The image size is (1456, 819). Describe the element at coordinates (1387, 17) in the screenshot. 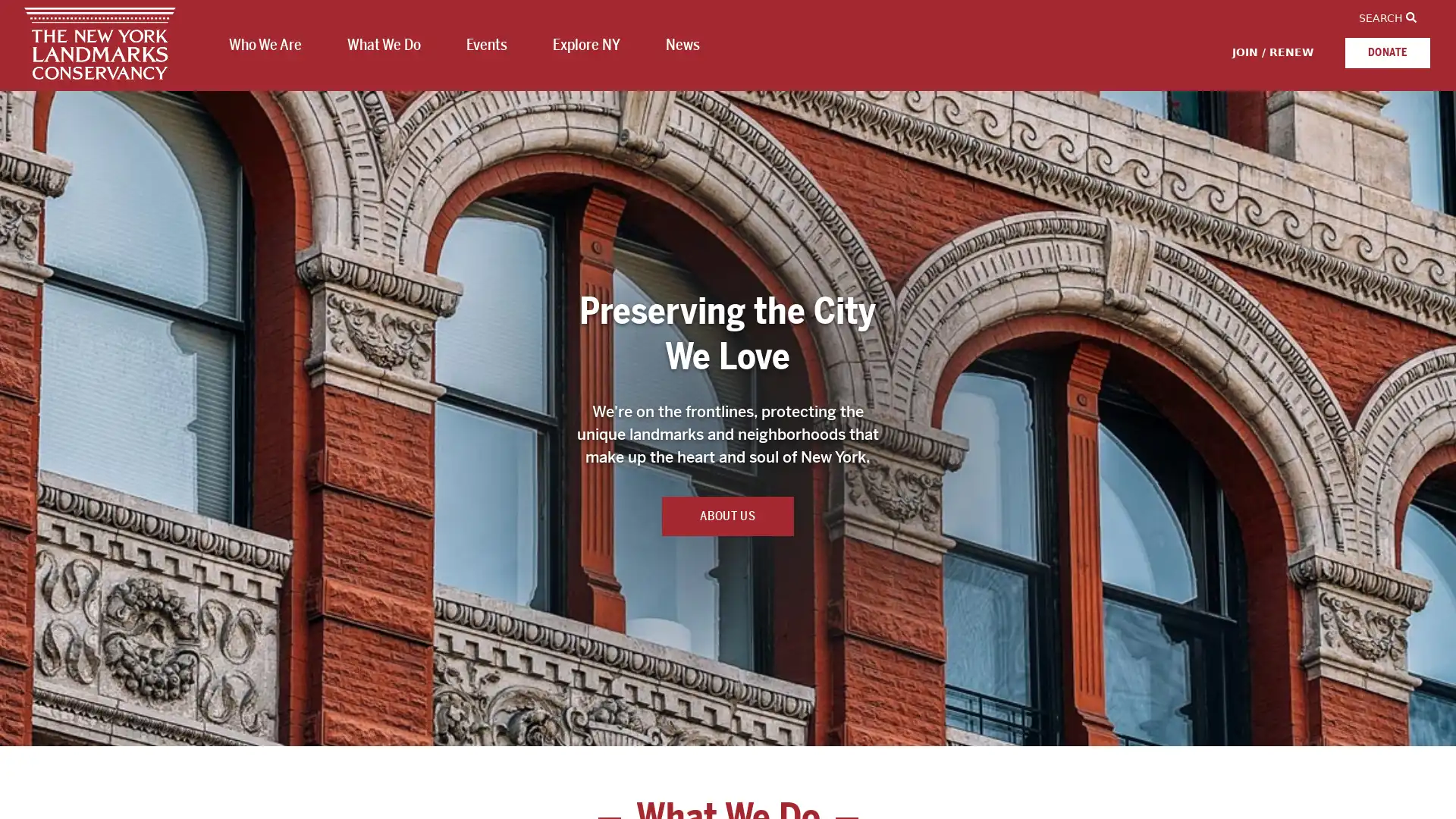

I see `SEARCH` at that location.